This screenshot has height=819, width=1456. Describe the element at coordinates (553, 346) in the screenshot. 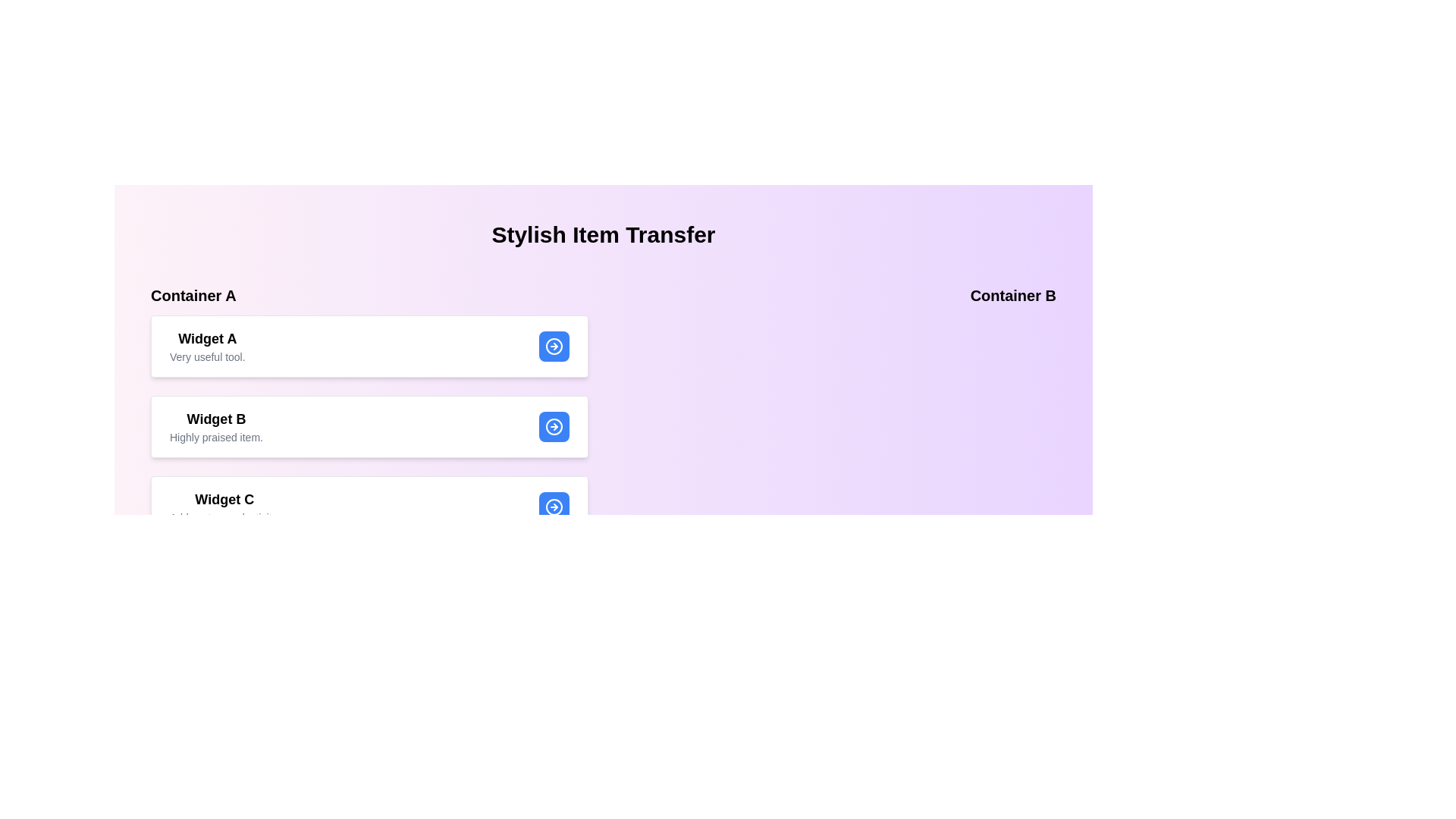

I see `transfer button for Widget A in Container A to move it to Container B` at that location.